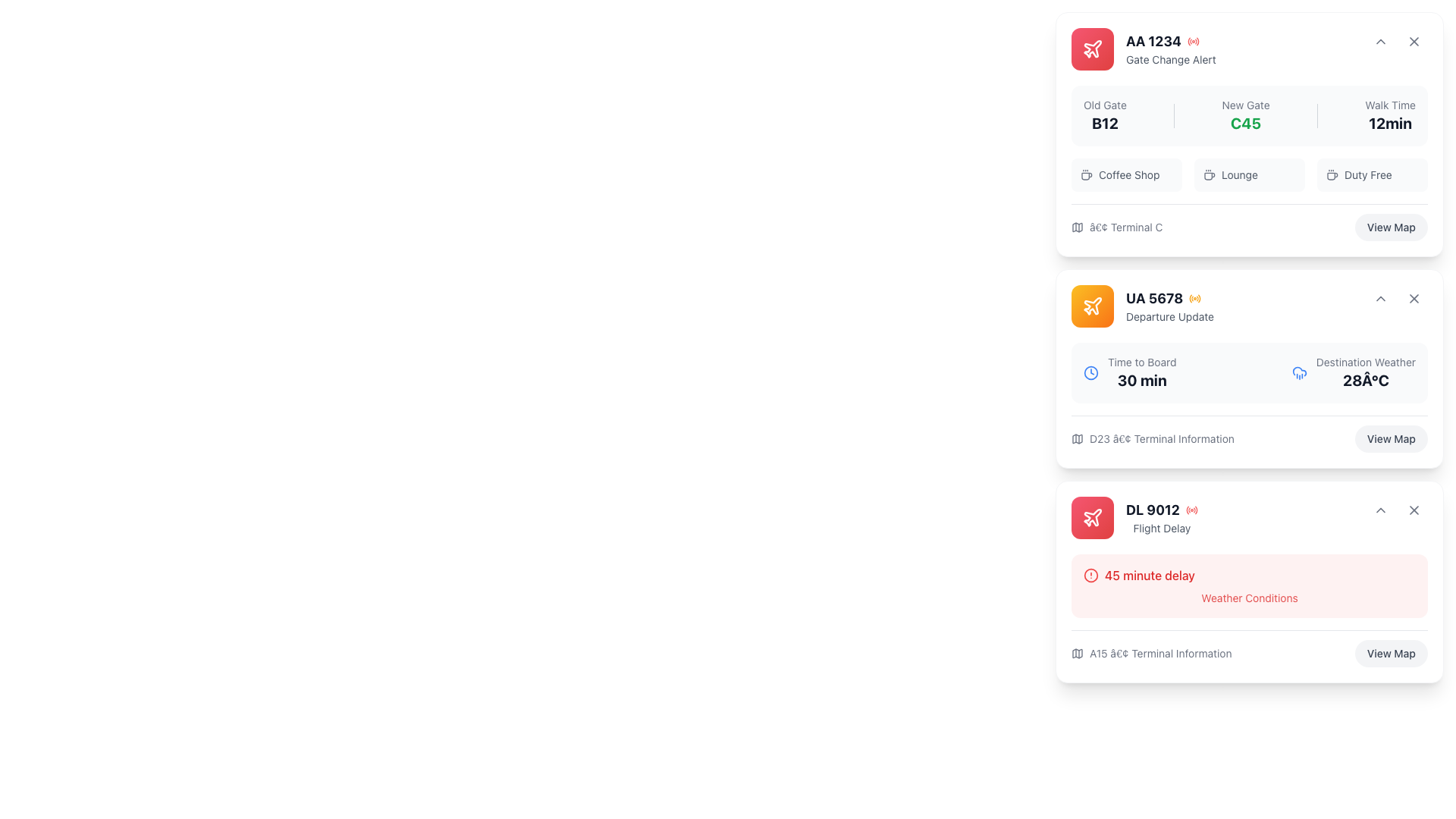 The height and width of the screenshot is (819, 1456). I want to click on information displayed in the Informational display section, which includes the 'Old Gate', 'New Gate', and 'Walk Time' labels, located in the middle section of the card at the top of the interface, so click(1249, 138).